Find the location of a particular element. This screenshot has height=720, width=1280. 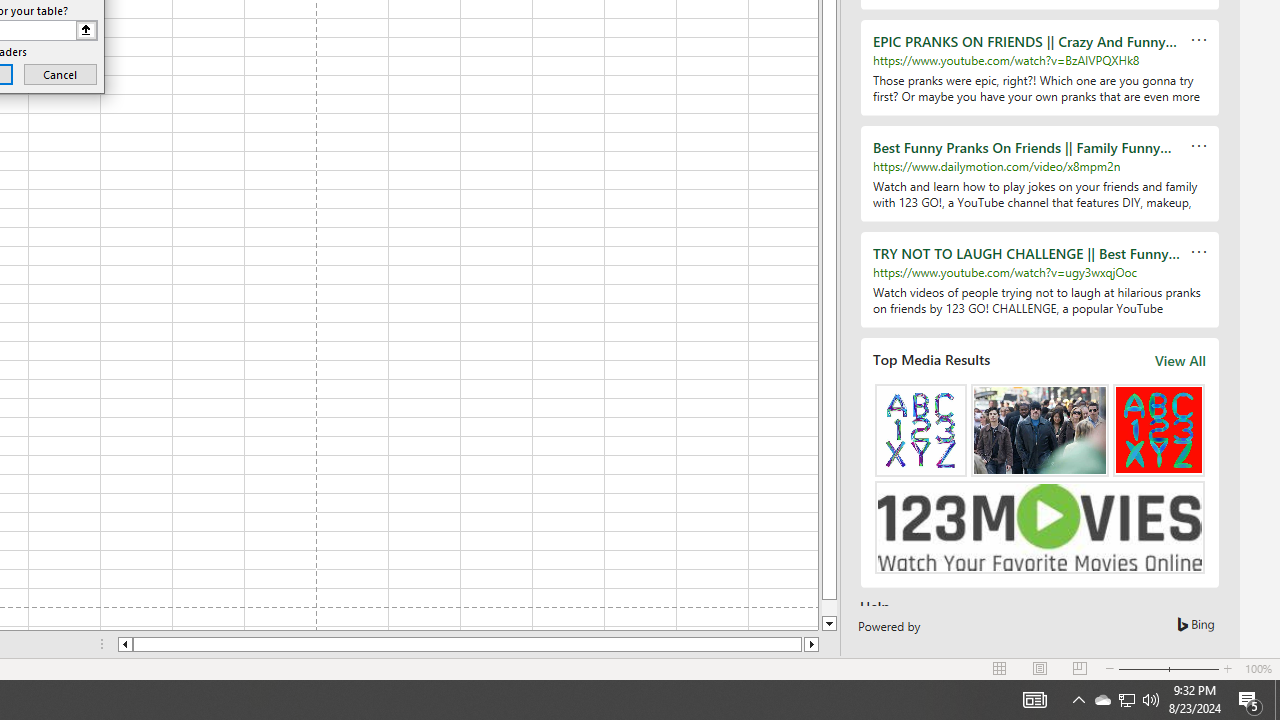

'Cancel' is located at coordinates (60, 73).